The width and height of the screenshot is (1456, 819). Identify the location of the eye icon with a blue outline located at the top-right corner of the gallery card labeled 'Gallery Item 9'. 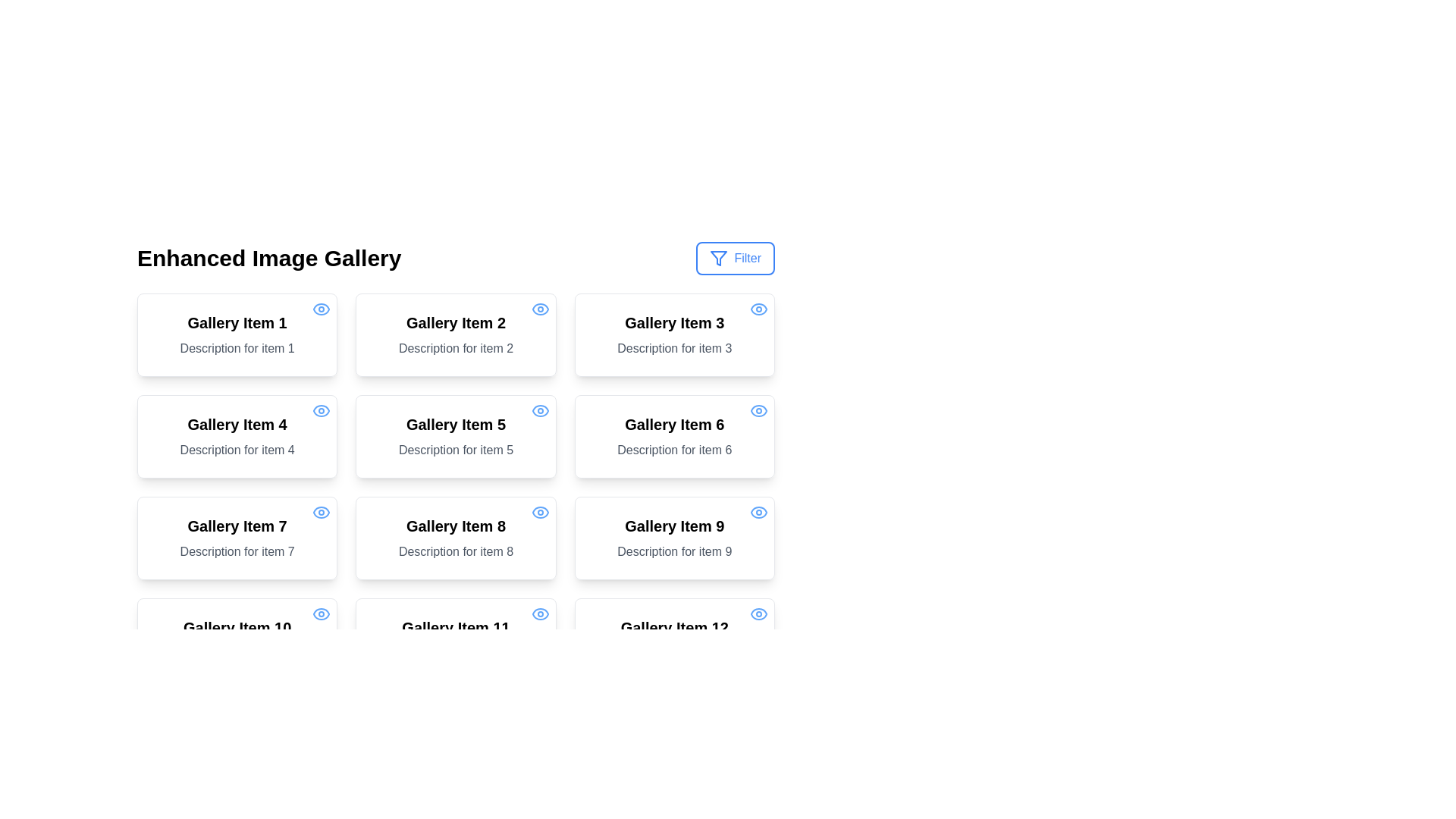
(759, 512).